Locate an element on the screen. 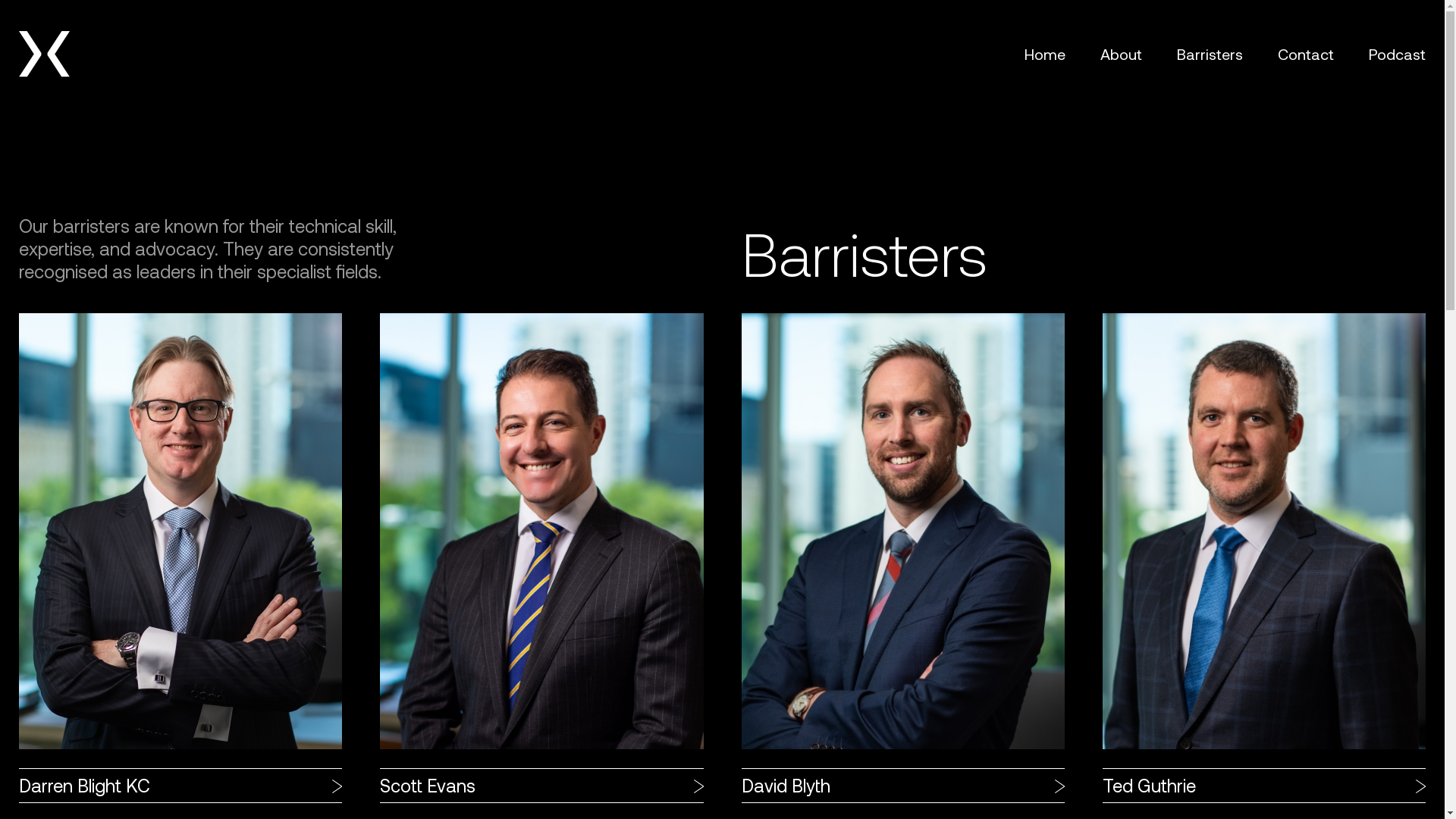 Image resolution: width=1456 pixels, height=819 pixels. 'Barristers' is located at coordinates (1209, 52).